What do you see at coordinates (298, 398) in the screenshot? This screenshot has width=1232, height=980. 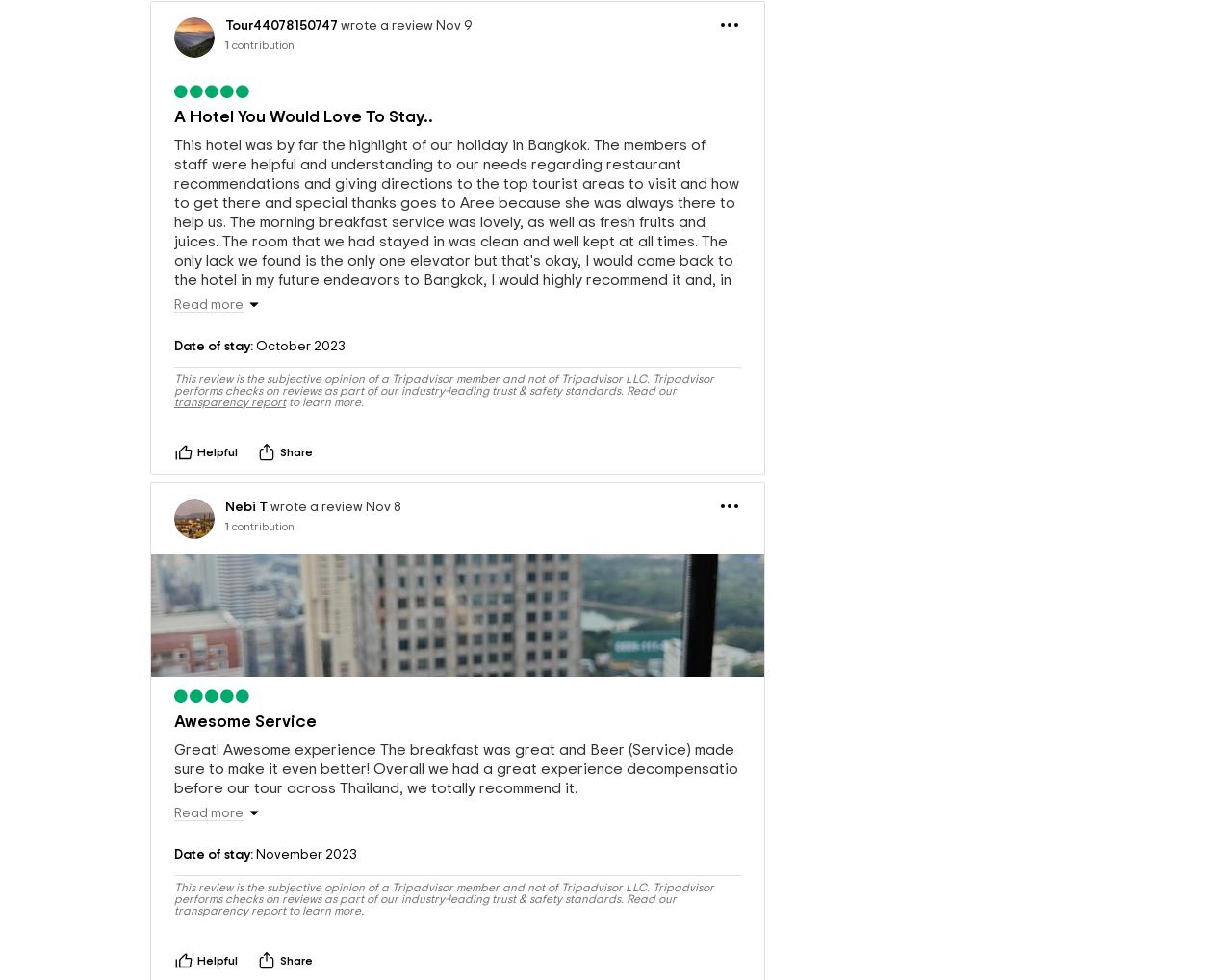 I see `'October 2023'` at bounding box center [298, 398].